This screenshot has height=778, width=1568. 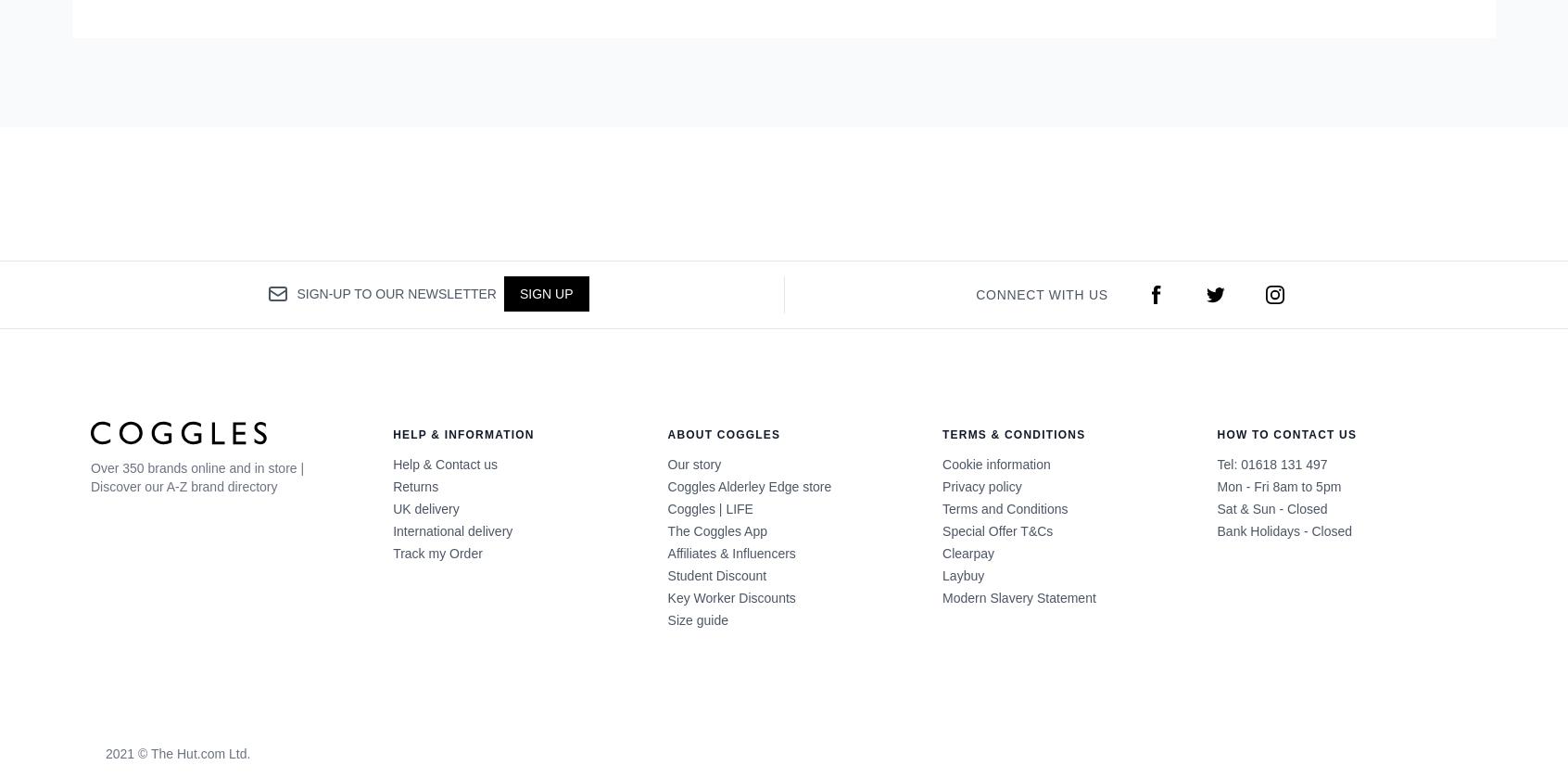 I want to click on 'How to contact us', so click(x=1286, y=432).